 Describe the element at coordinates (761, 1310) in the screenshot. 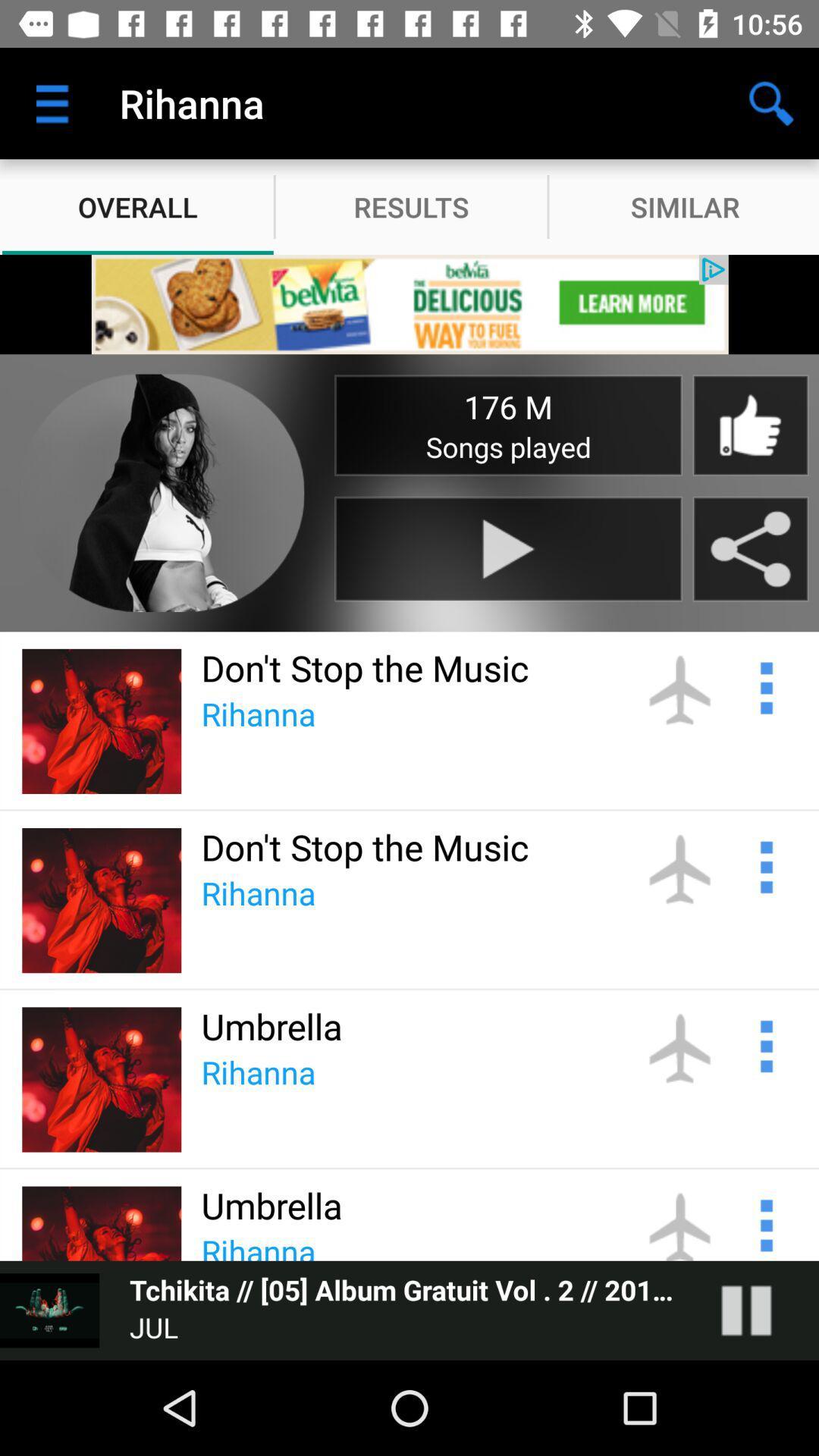

I see `the pause button` at that location.